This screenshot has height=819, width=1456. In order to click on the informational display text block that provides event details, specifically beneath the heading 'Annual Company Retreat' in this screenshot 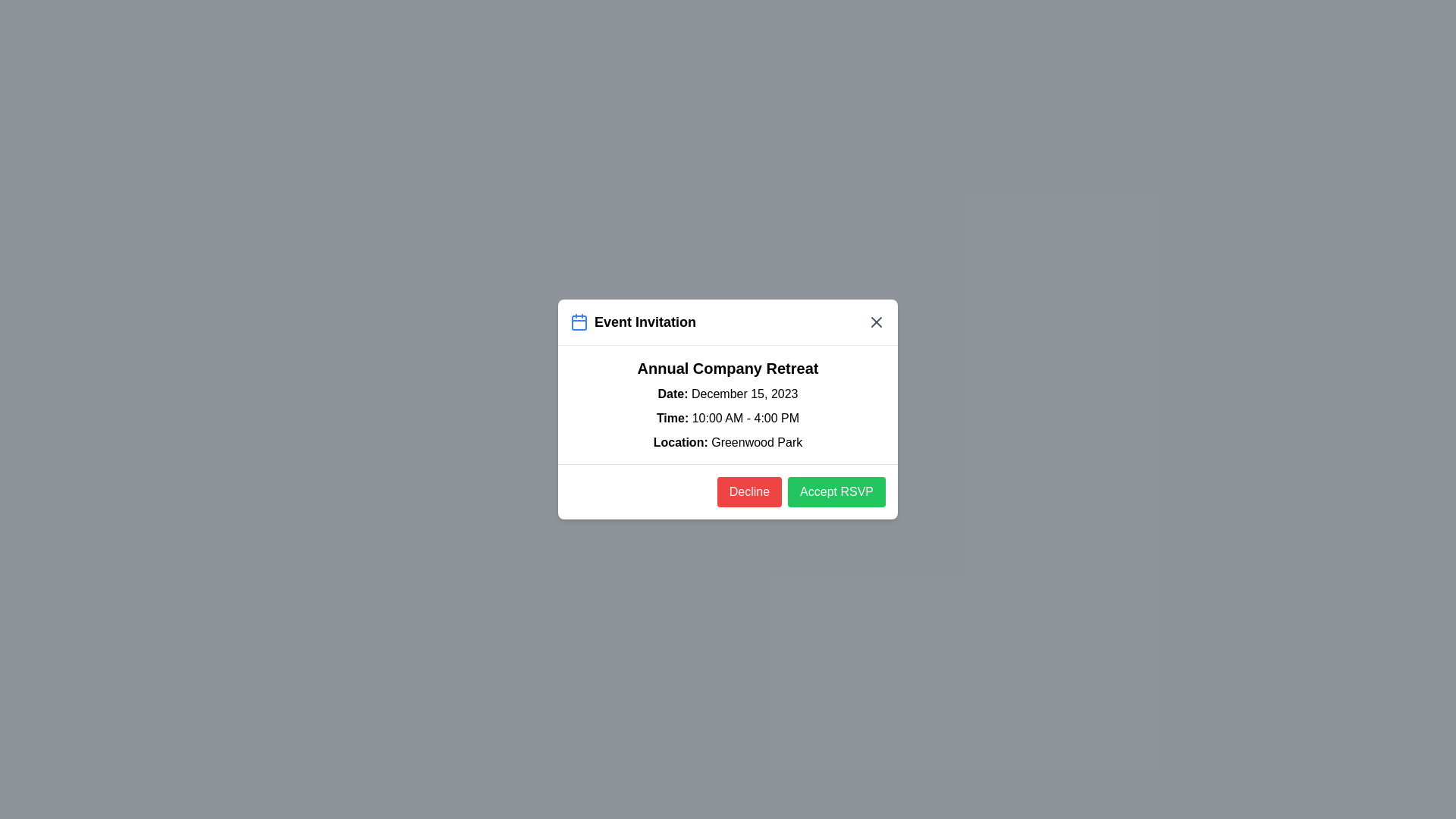, I will do `click(728, 418)`.